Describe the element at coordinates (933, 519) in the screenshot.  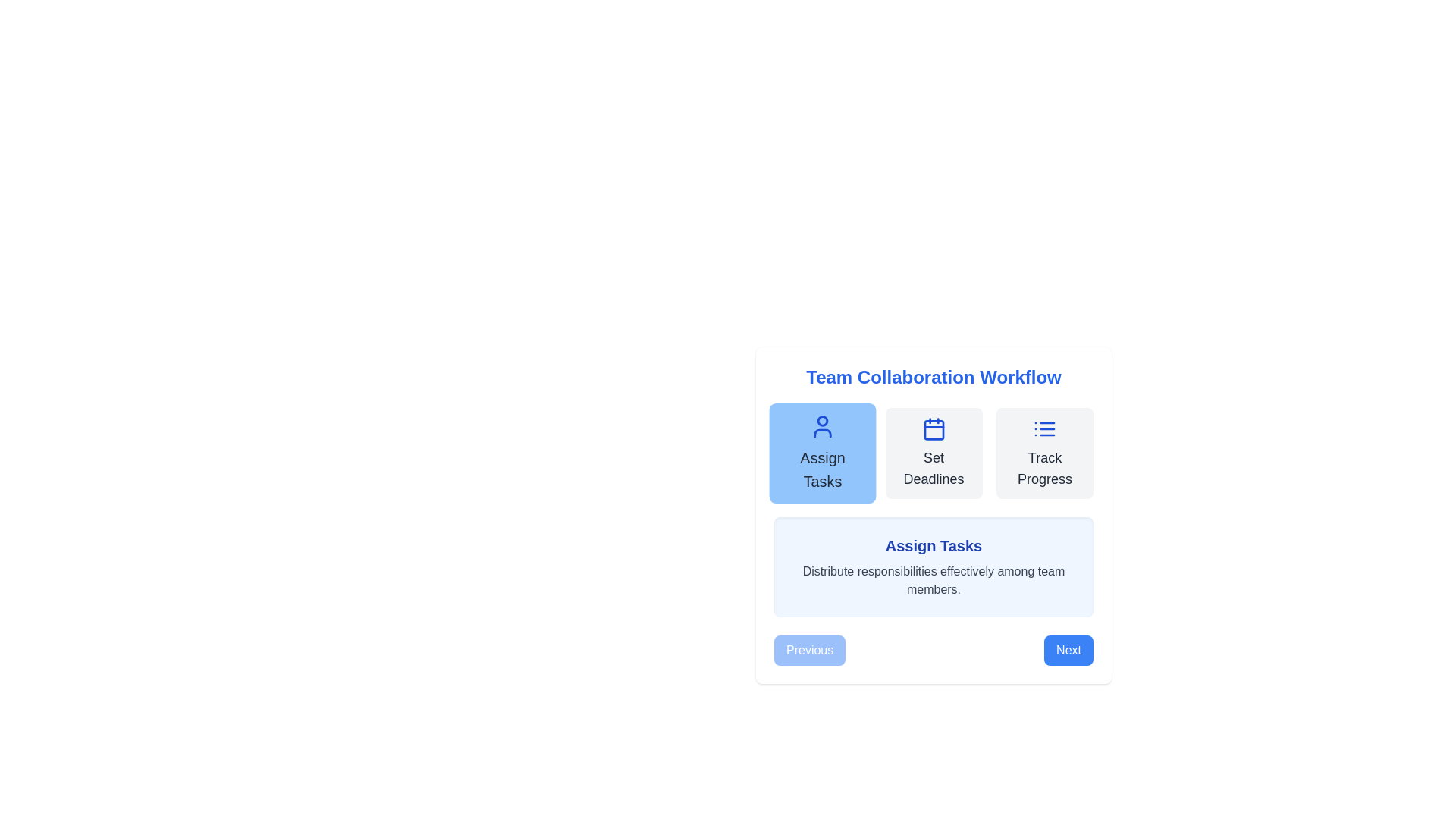
I see `the button labeled 'Previous' on the modal 'Team Collaboration Workflow'` at that location.